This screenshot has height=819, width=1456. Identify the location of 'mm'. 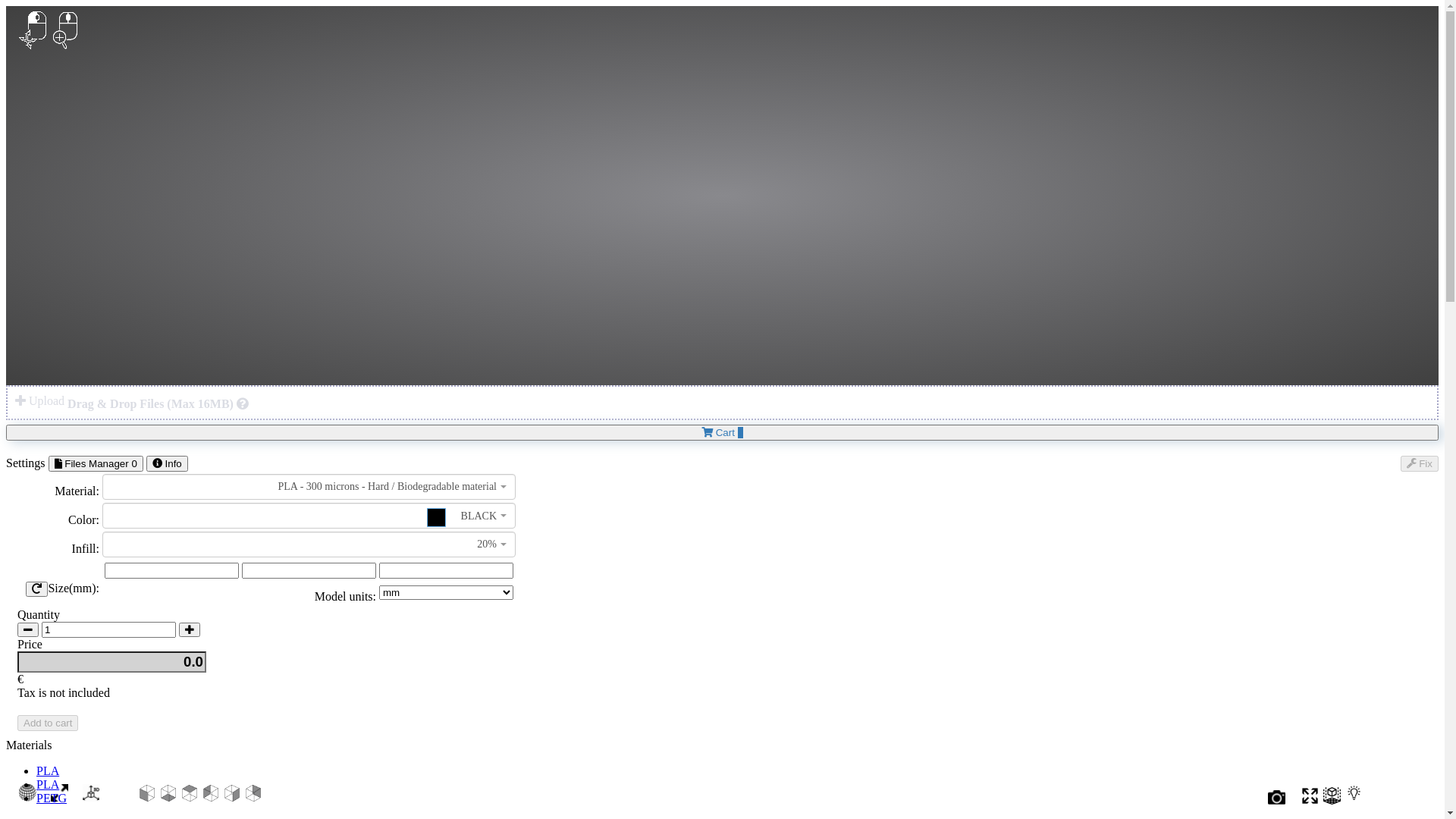
(378, 570).